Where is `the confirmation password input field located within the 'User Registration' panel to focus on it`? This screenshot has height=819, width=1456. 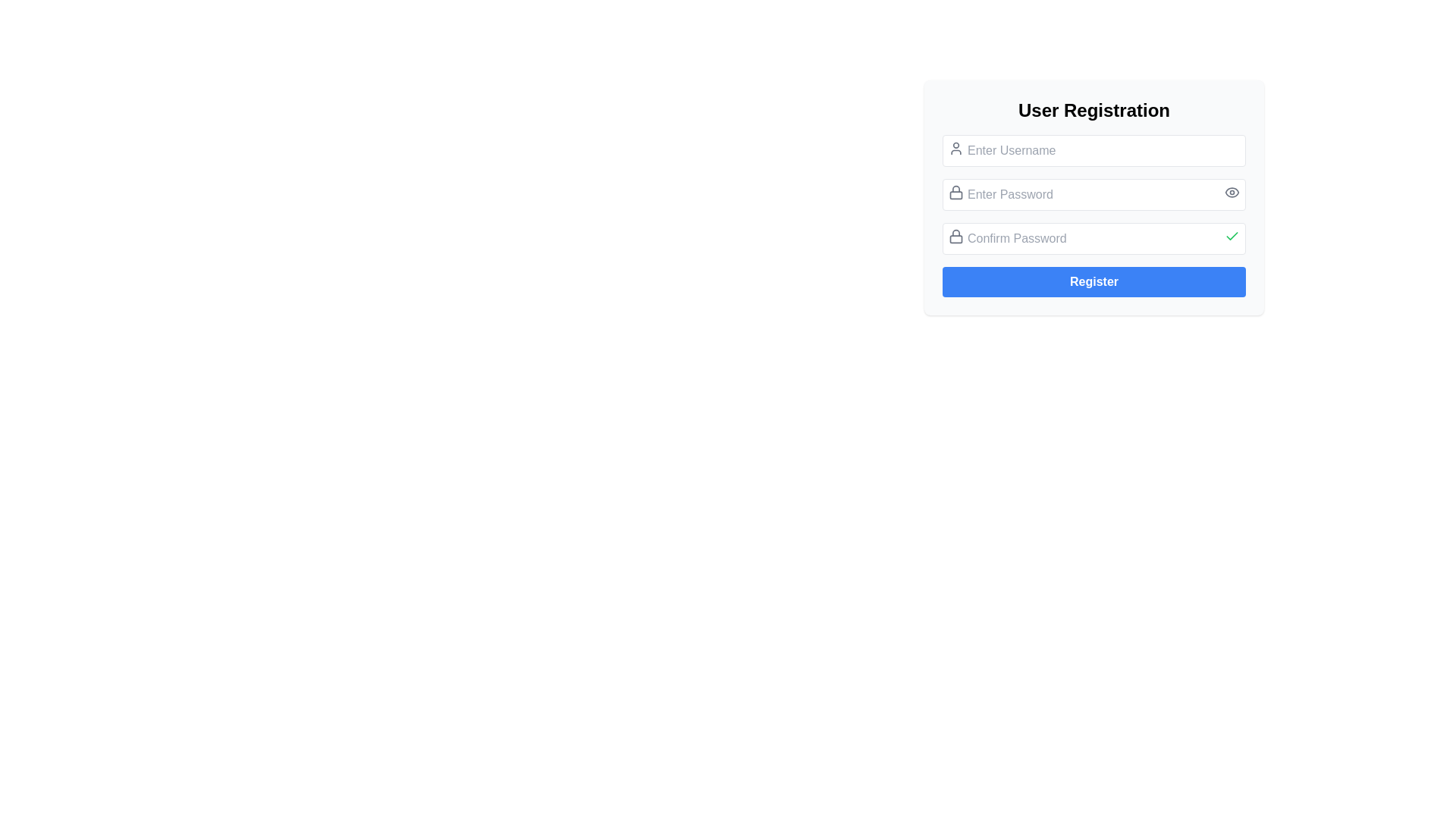 the confirmation password input field located within the 'User Registration' panel to focus on it is located at coordinates (1094, 239).